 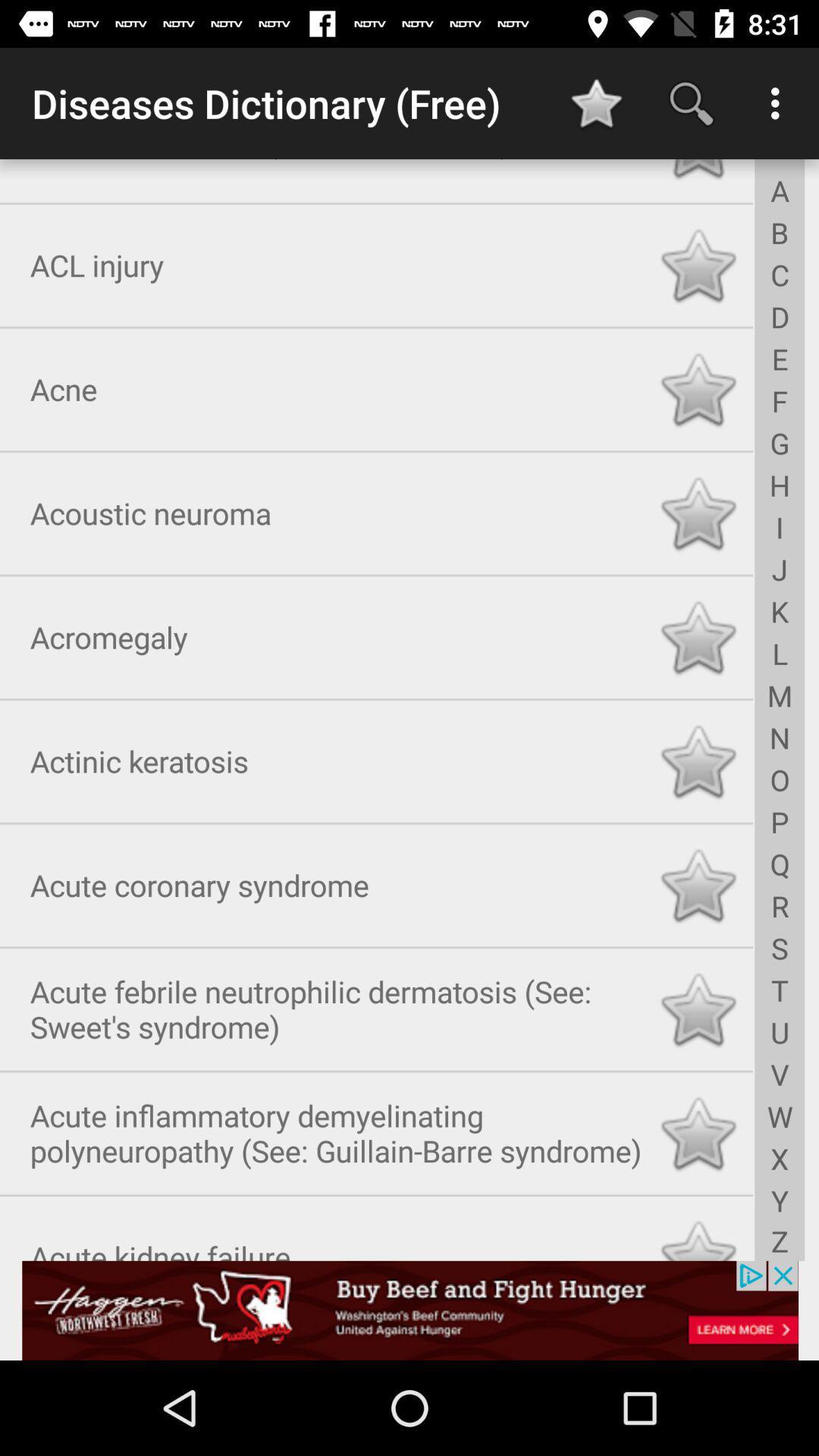 I want to click on like, so click(x=698, y=1006).